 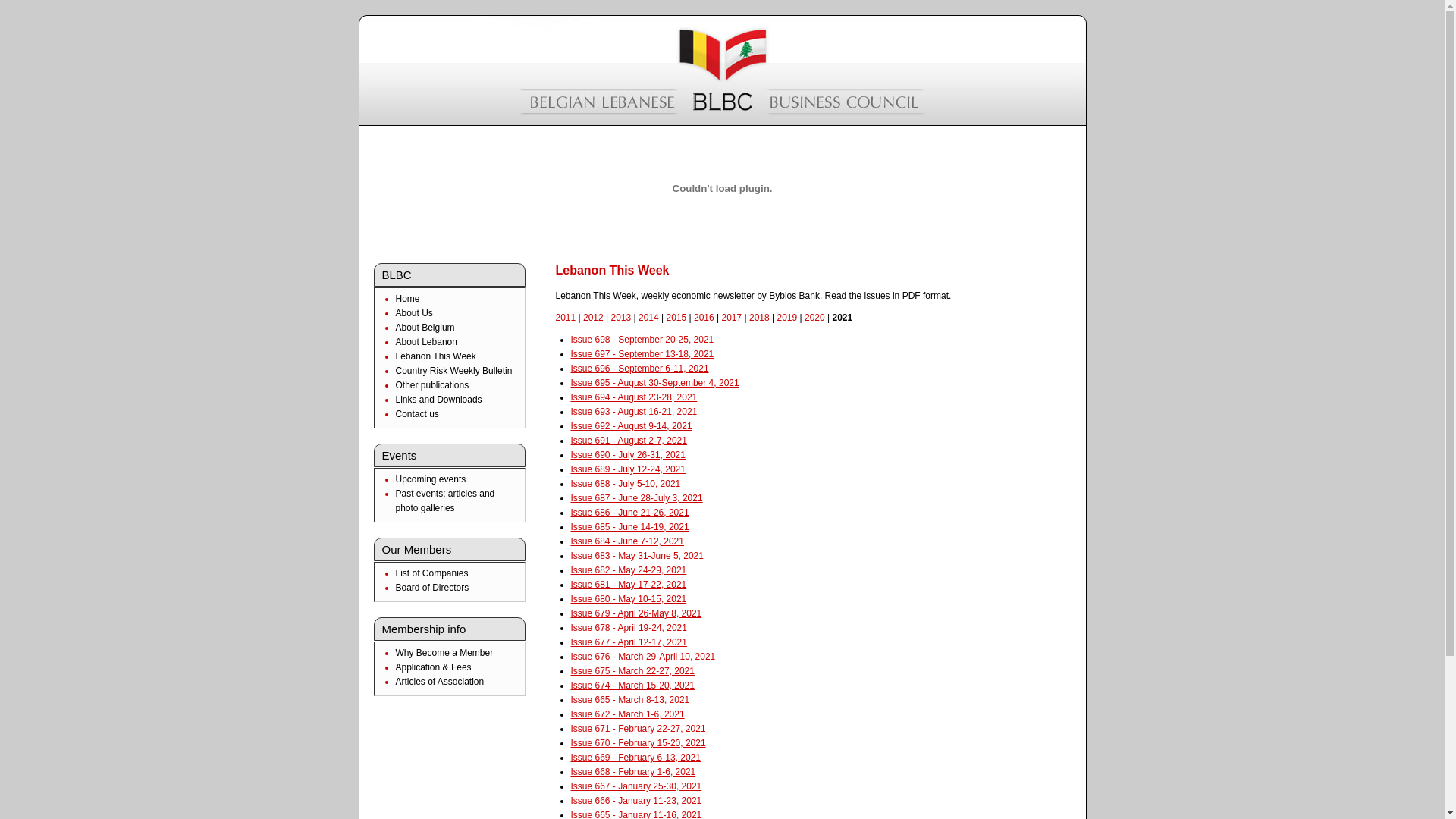 I want to click on 'Links and Downloads', so click(x=396, y=399).